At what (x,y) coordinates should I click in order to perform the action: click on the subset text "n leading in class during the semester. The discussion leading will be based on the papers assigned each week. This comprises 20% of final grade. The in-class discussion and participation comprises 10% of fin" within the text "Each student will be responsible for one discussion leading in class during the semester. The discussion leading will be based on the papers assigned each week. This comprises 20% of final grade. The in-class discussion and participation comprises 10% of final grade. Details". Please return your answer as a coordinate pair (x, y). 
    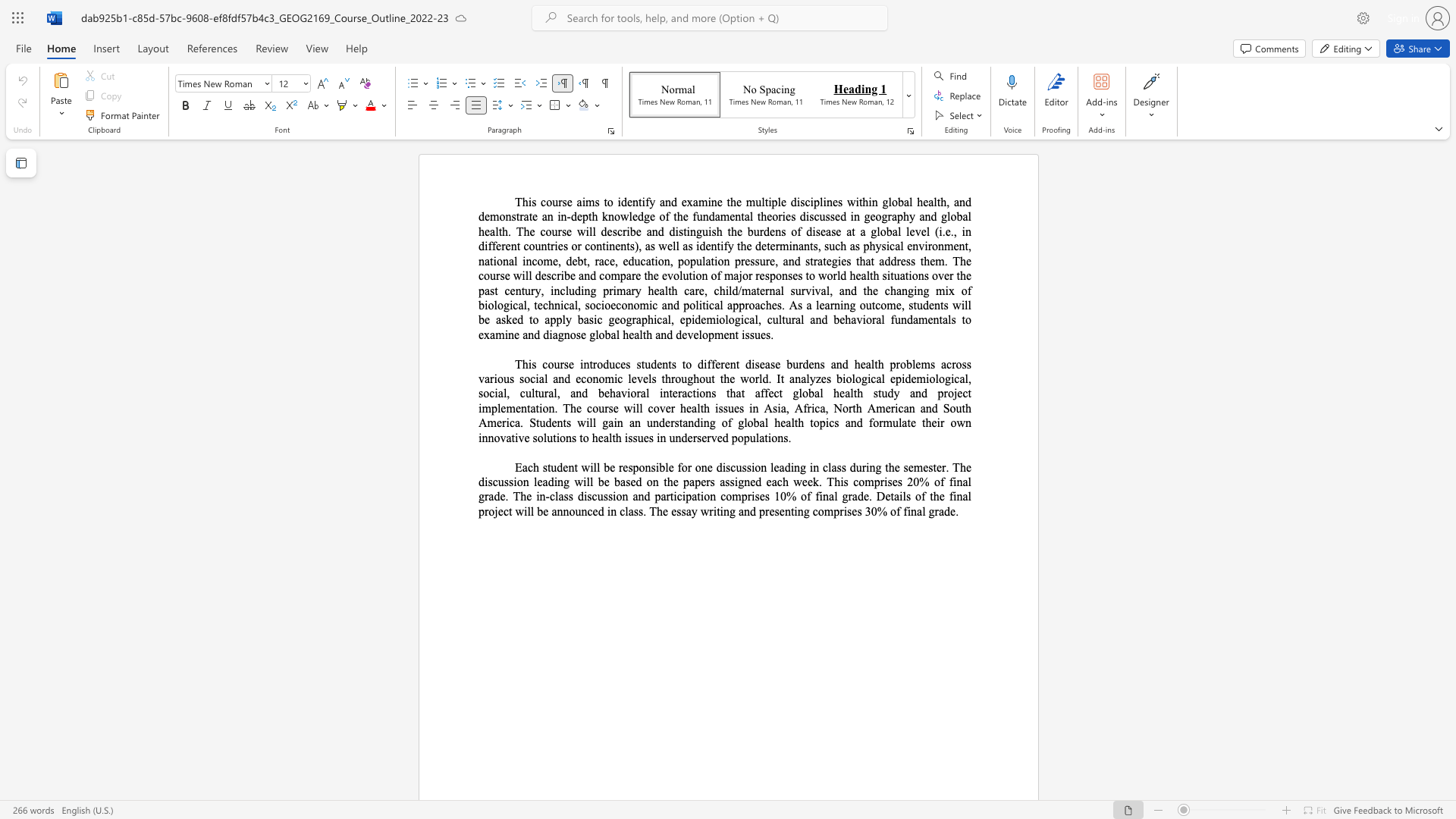
    Looking at the image, I should click on (761, 466).